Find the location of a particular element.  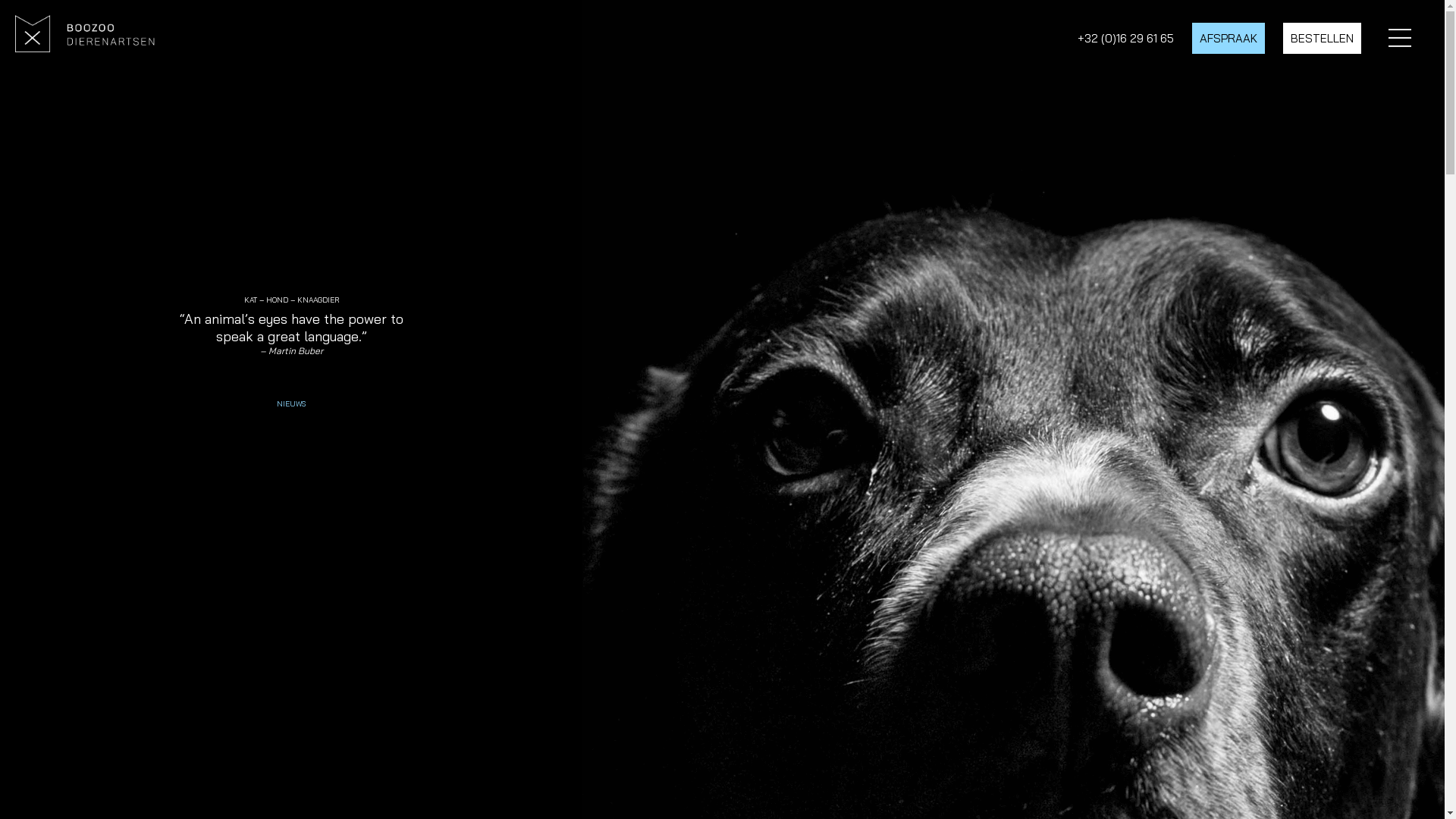

'AFSPRAAK' is located at coordinates (1228, 37).